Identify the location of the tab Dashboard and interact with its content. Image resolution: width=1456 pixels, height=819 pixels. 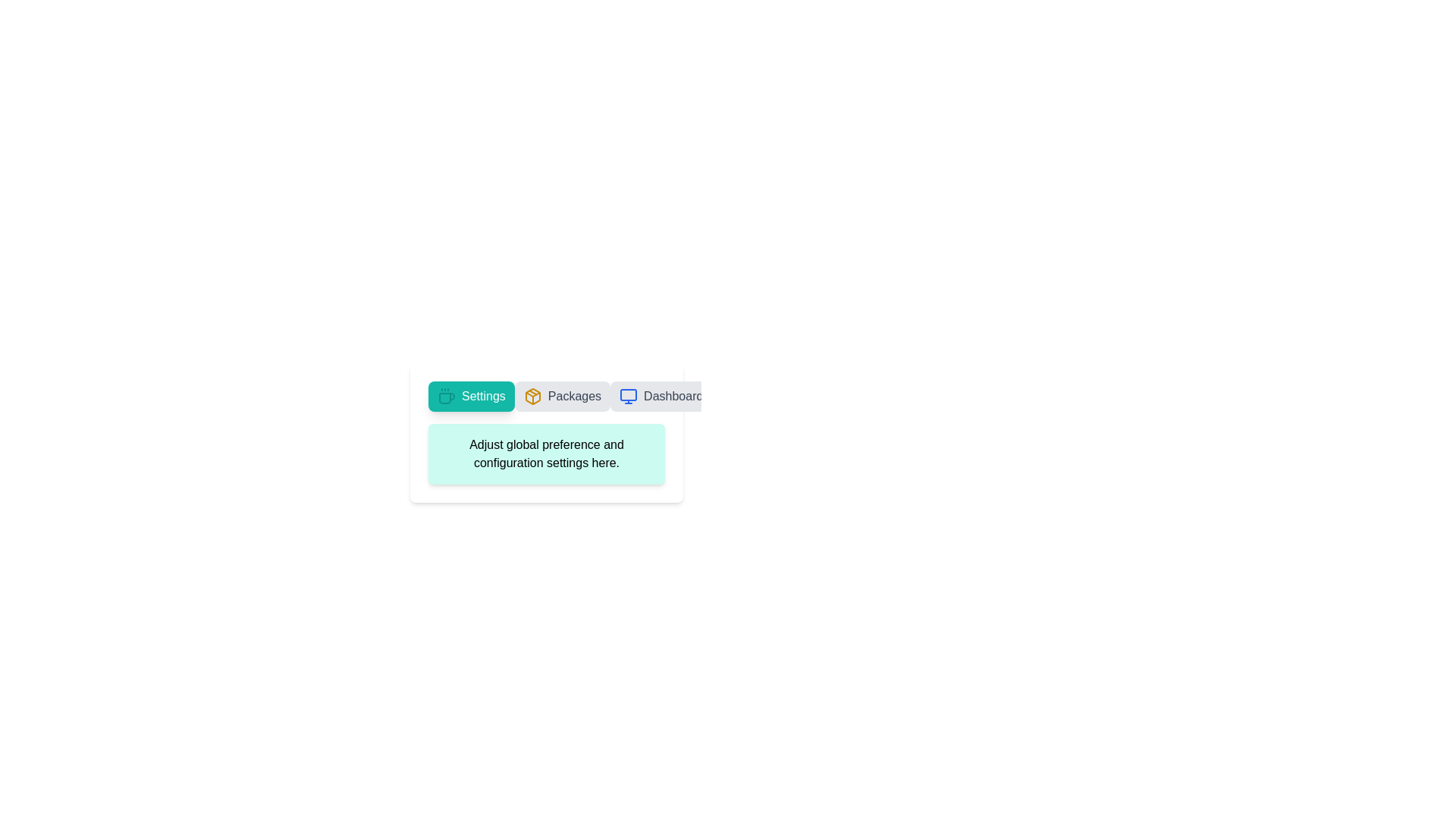
(661, 396).